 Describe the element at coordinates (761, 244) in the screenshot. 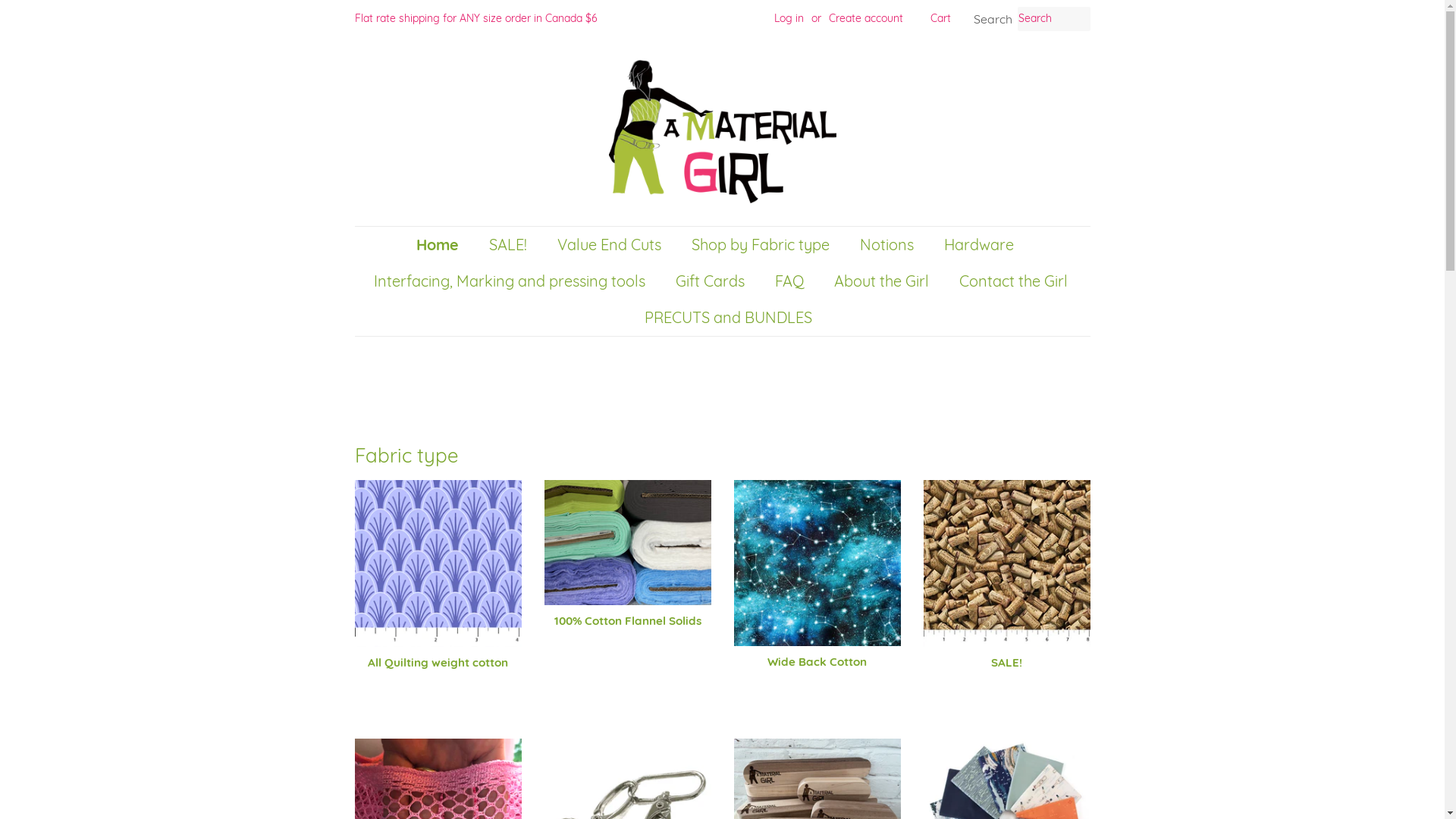

I see `'Shop by Fabric type'` at that location.